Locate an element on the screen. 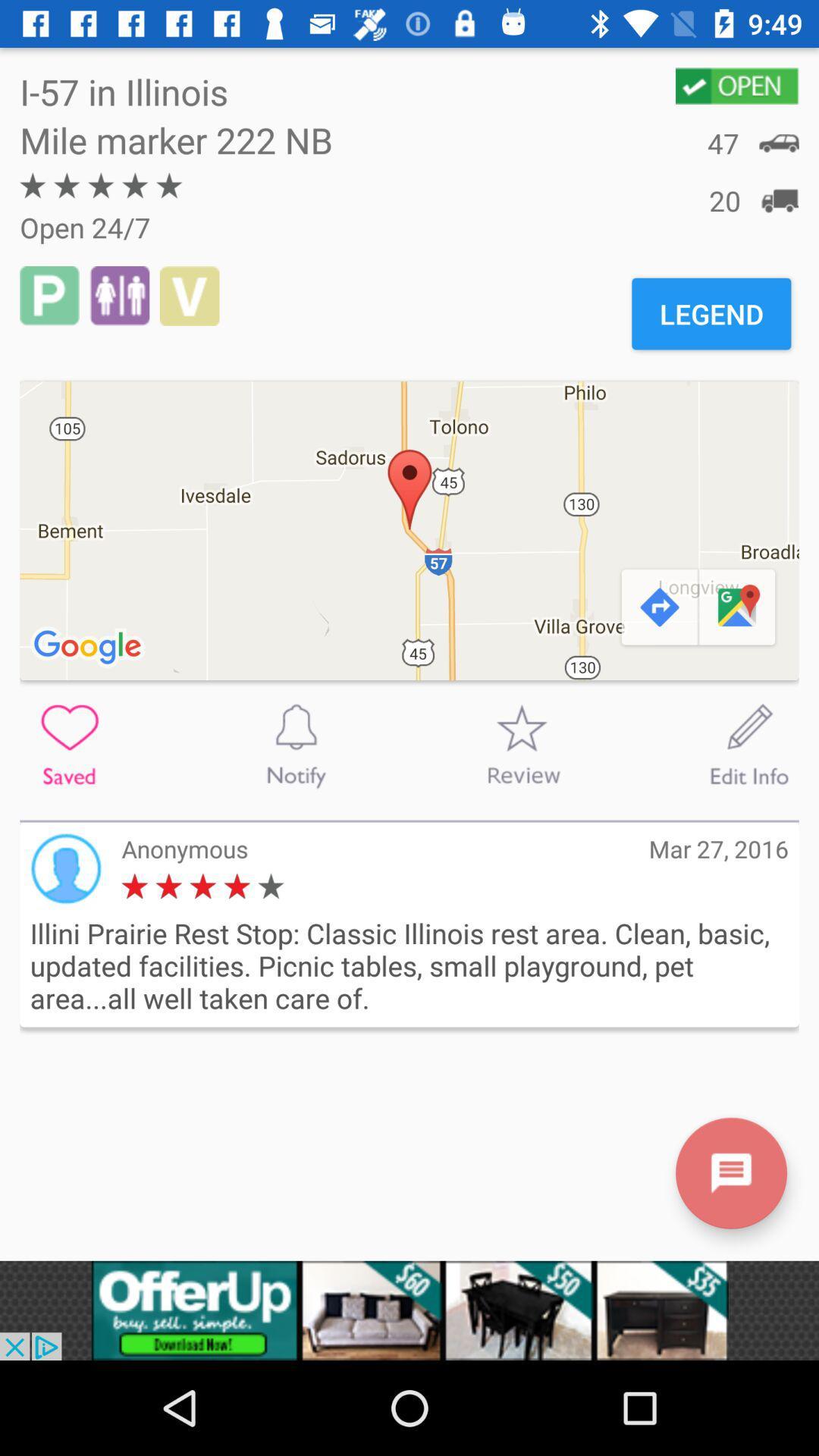 The width and height of the screenshot is (819, 1456). to notify is located at coordinates (296, 745).